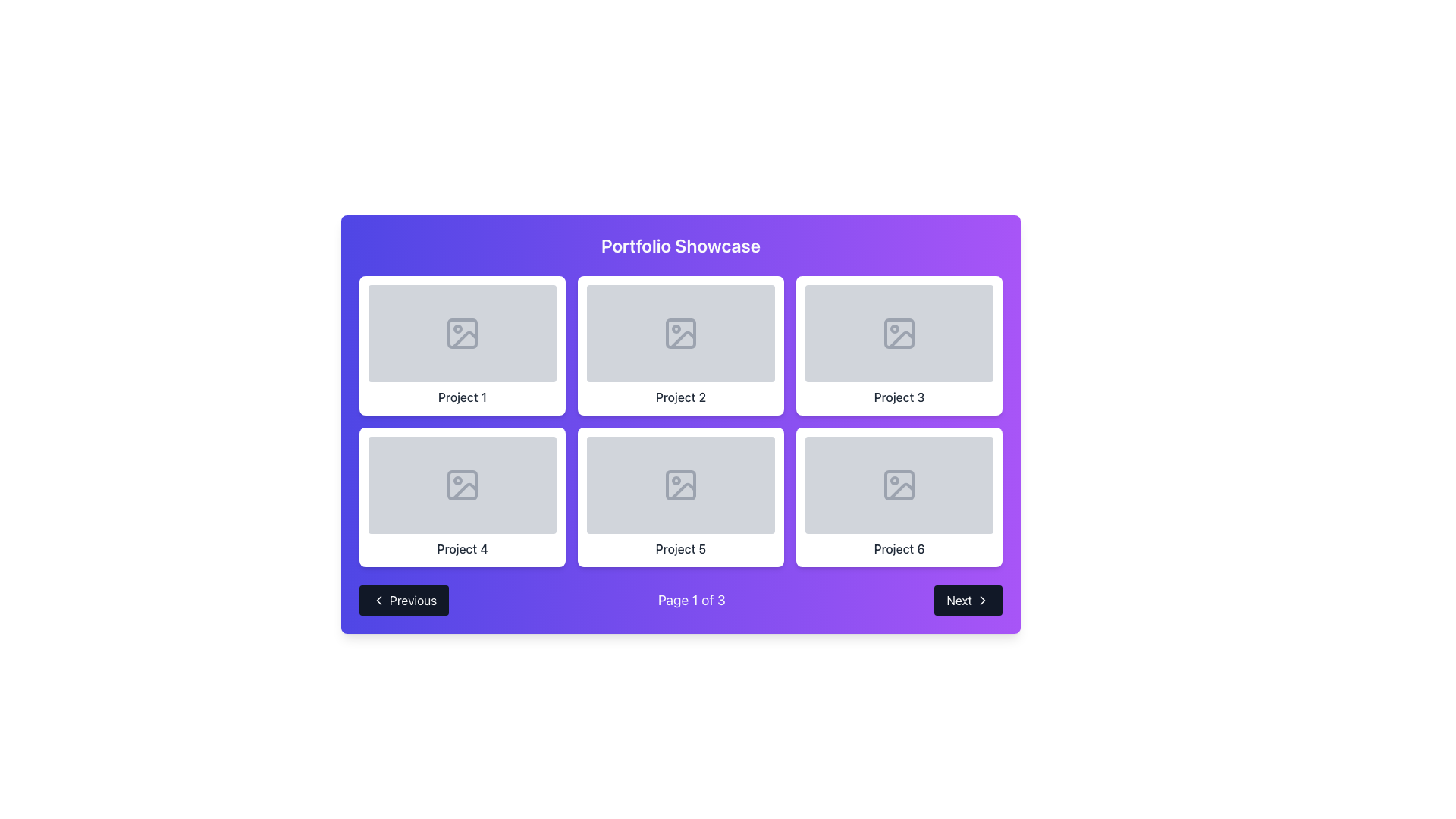 This screenshot has height=819, width=1456. Describe the element at coordinates (461, 549) in the screenshot. I see `the 'Project 4' text label, which serves as the title for the fourth project card located in the second row, first column of the grid layout` at that location.